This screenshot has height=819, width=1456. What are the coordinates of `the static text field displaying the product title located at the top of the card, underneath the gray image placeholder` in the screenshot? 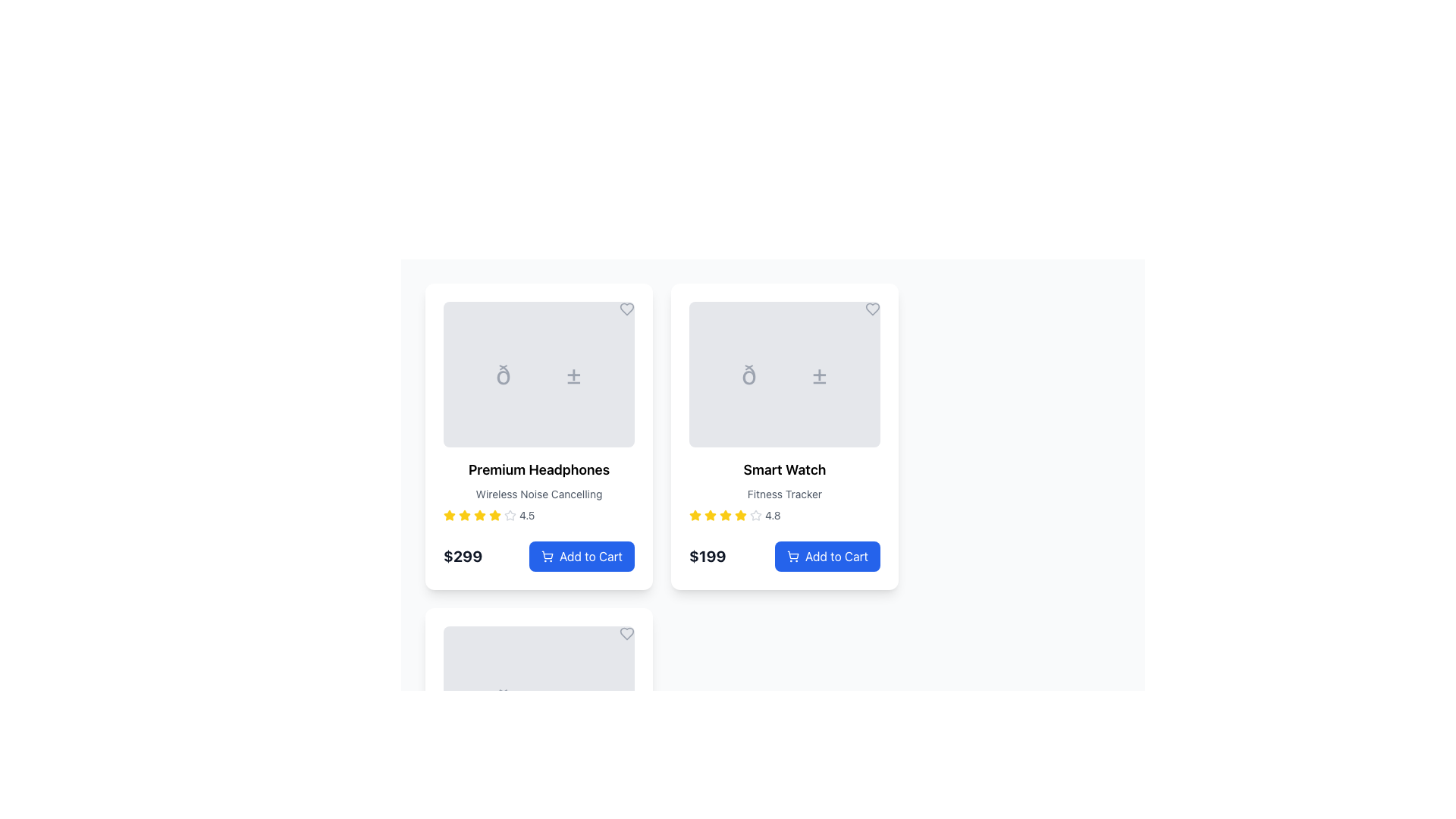 It's located at (538, 469).